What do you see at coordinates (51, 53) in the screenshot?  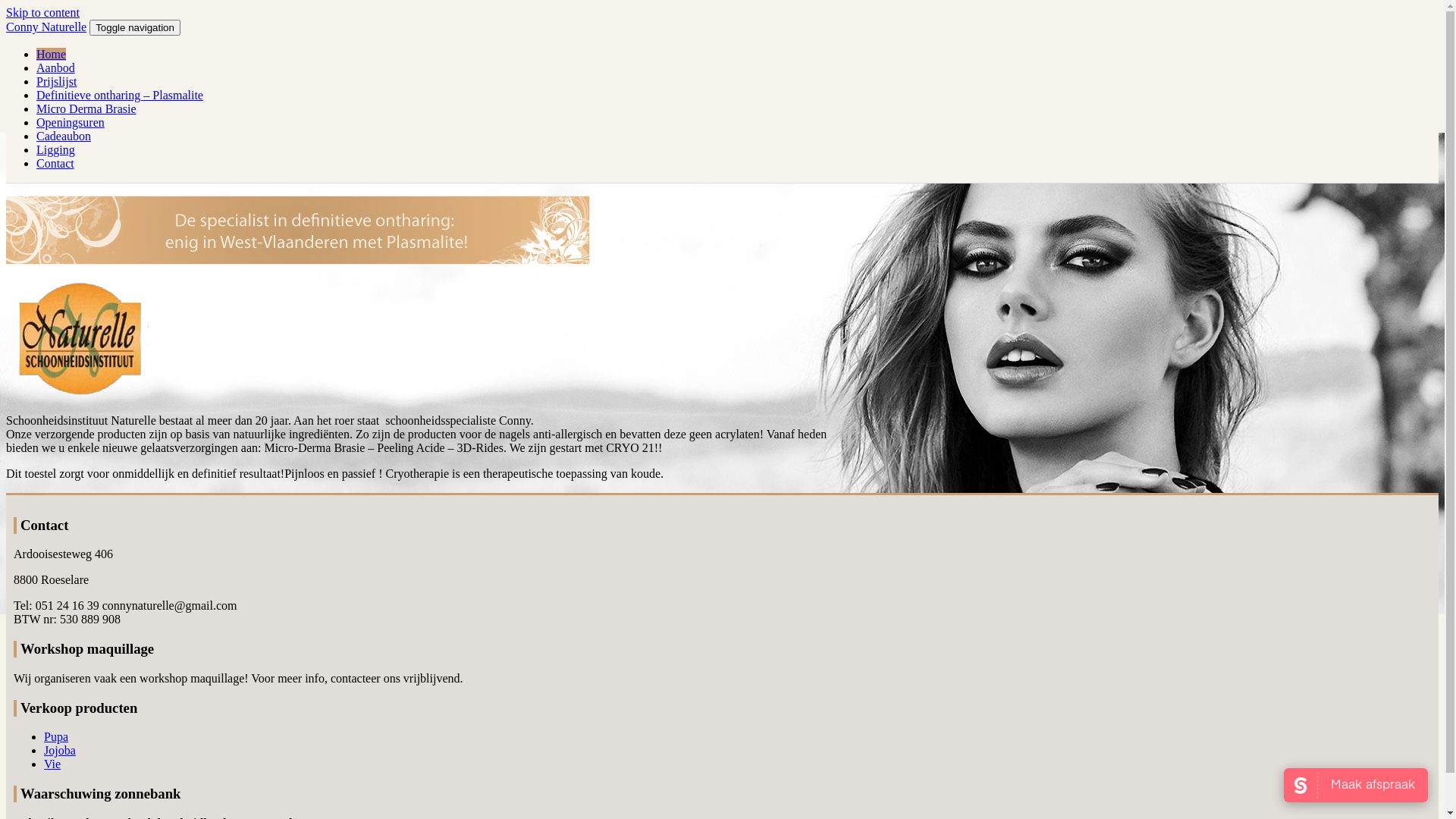 I see `'Home'` at bounding box center [51, 53].